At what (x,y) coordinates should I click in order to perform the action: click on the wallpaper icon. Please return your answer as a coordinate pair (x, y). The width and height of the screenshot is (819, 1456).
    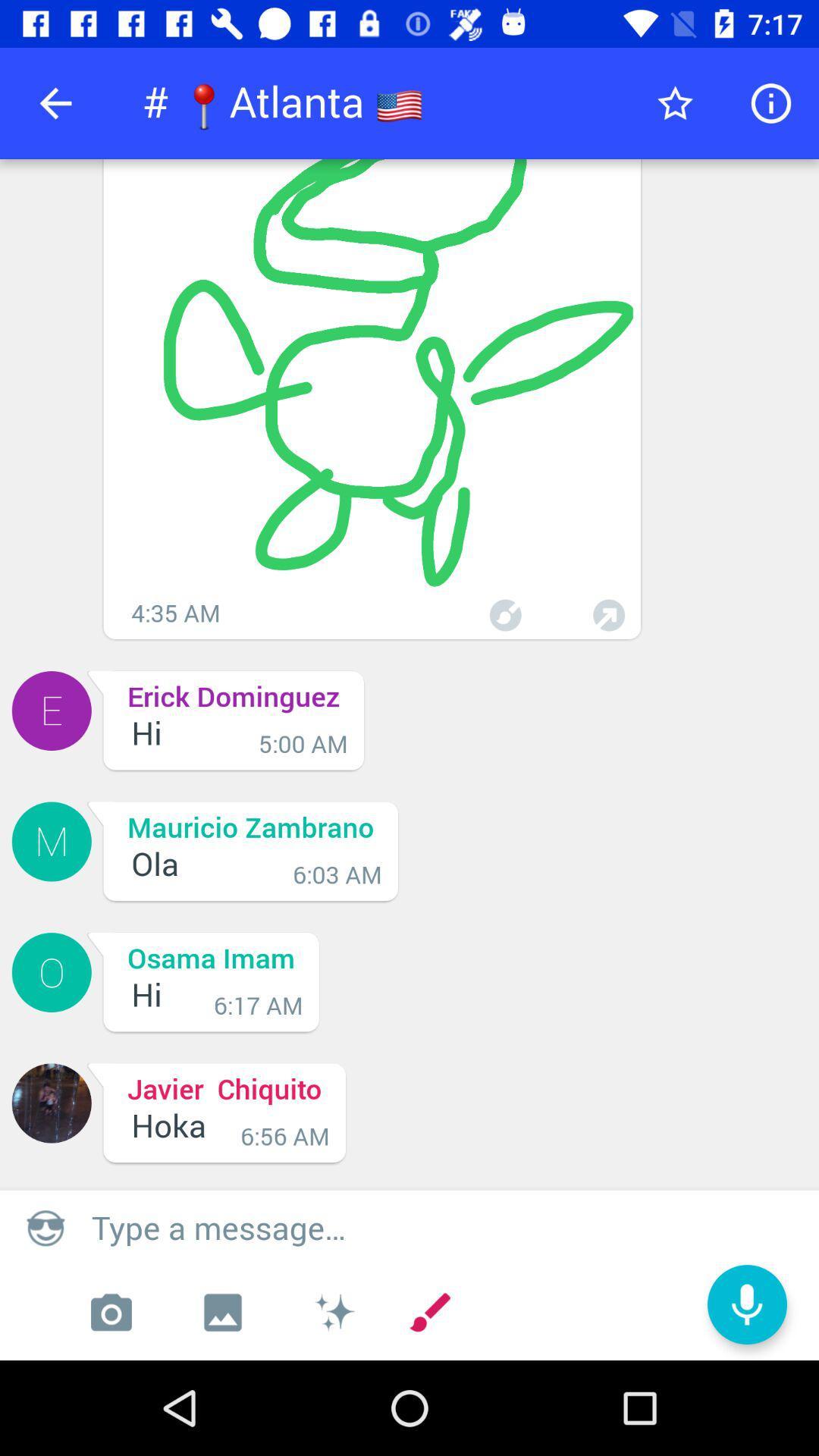
    Looking at the image, I should click on (222, 1312).